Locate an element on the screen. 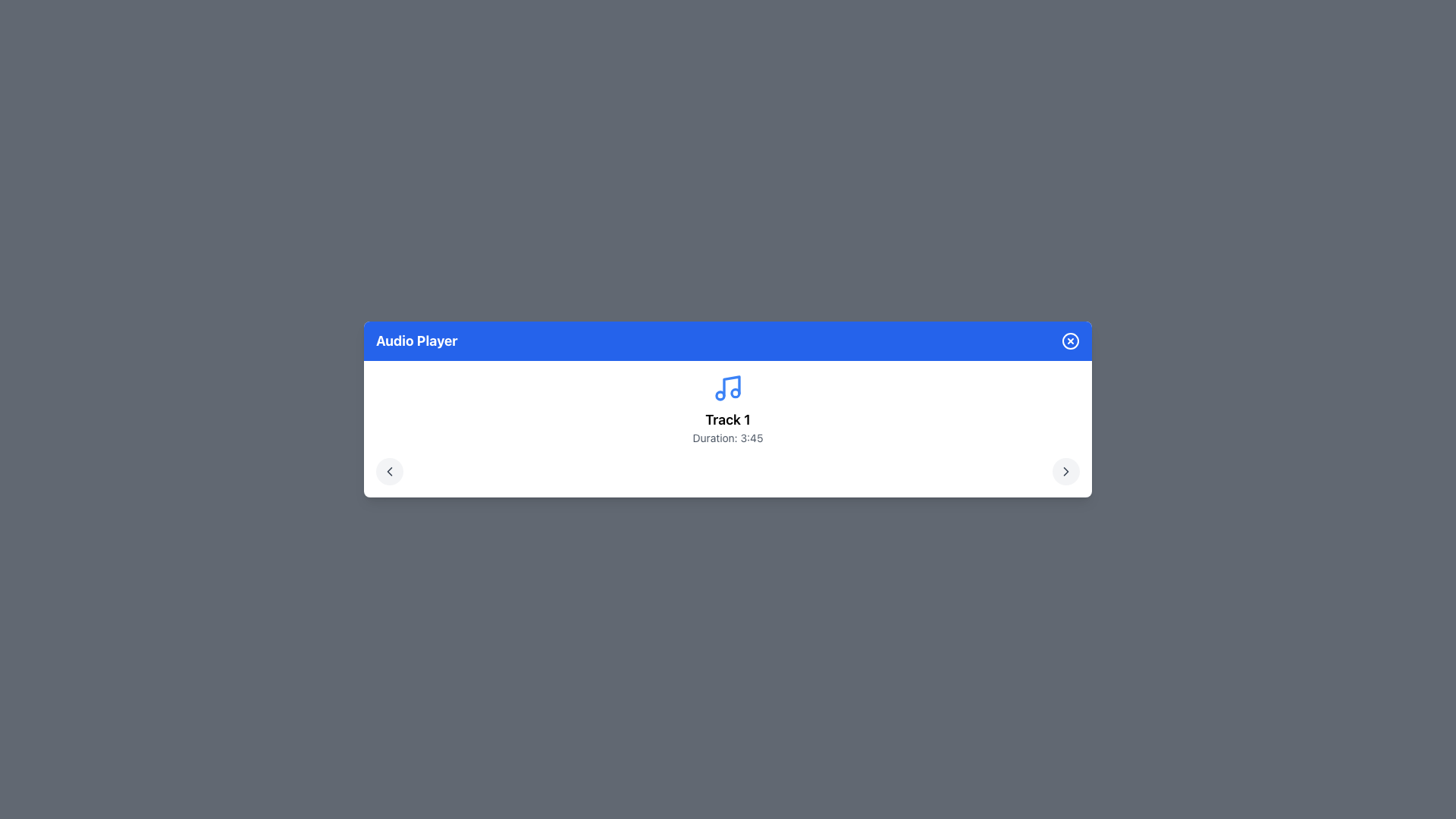 Image resolution: width=1456 pixels, height=819 pixels. the circle icon element within the SVG that visually represents a component of the music icon, located in the upper-right area of the music icon is located at coordinates (735, 391).